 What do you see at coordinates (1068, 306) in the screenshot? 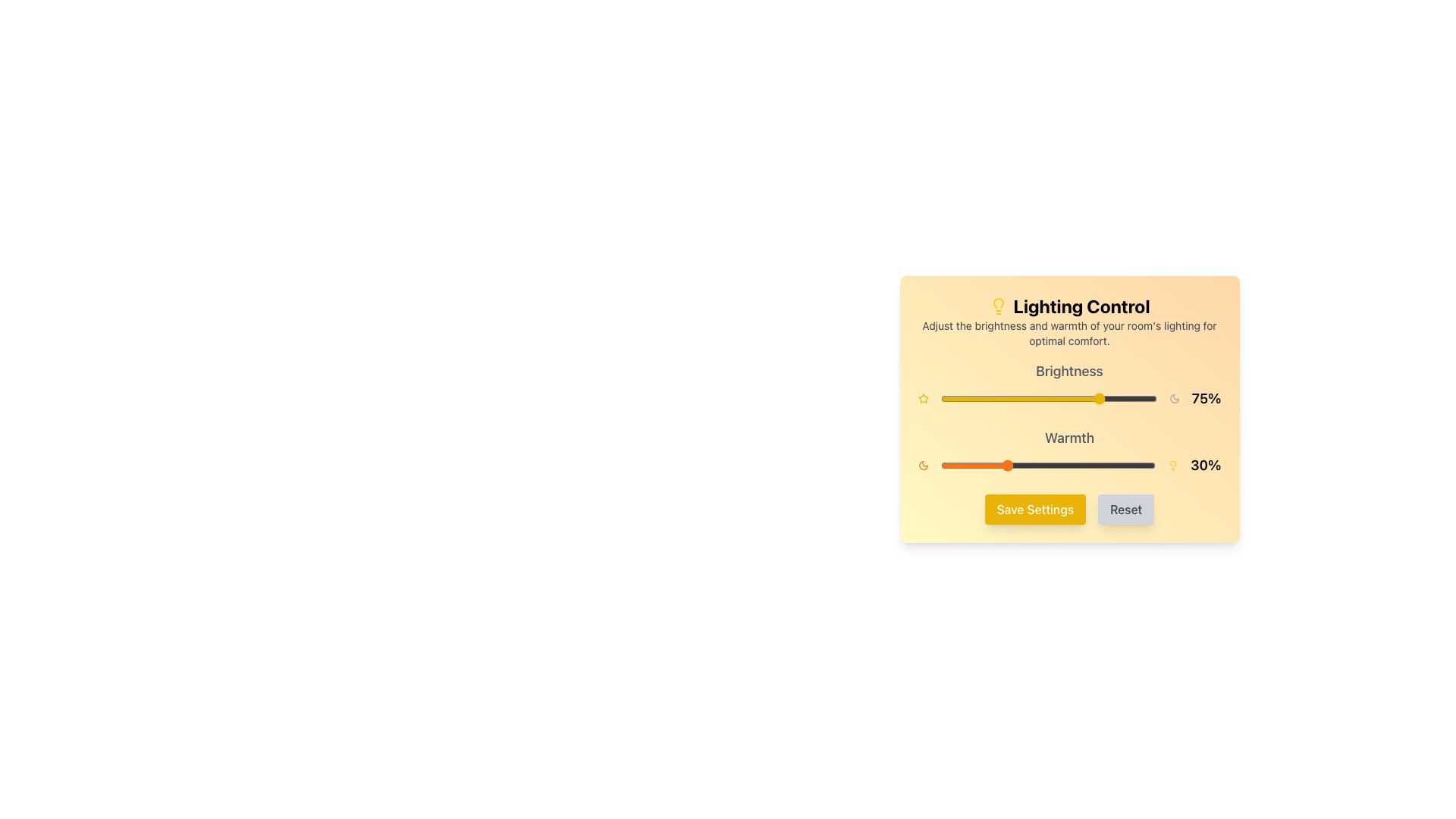
I see `text from the Text Header located in the center-right of the page, which serves as the title for the user interface card` at bounding box center [1068, 306].